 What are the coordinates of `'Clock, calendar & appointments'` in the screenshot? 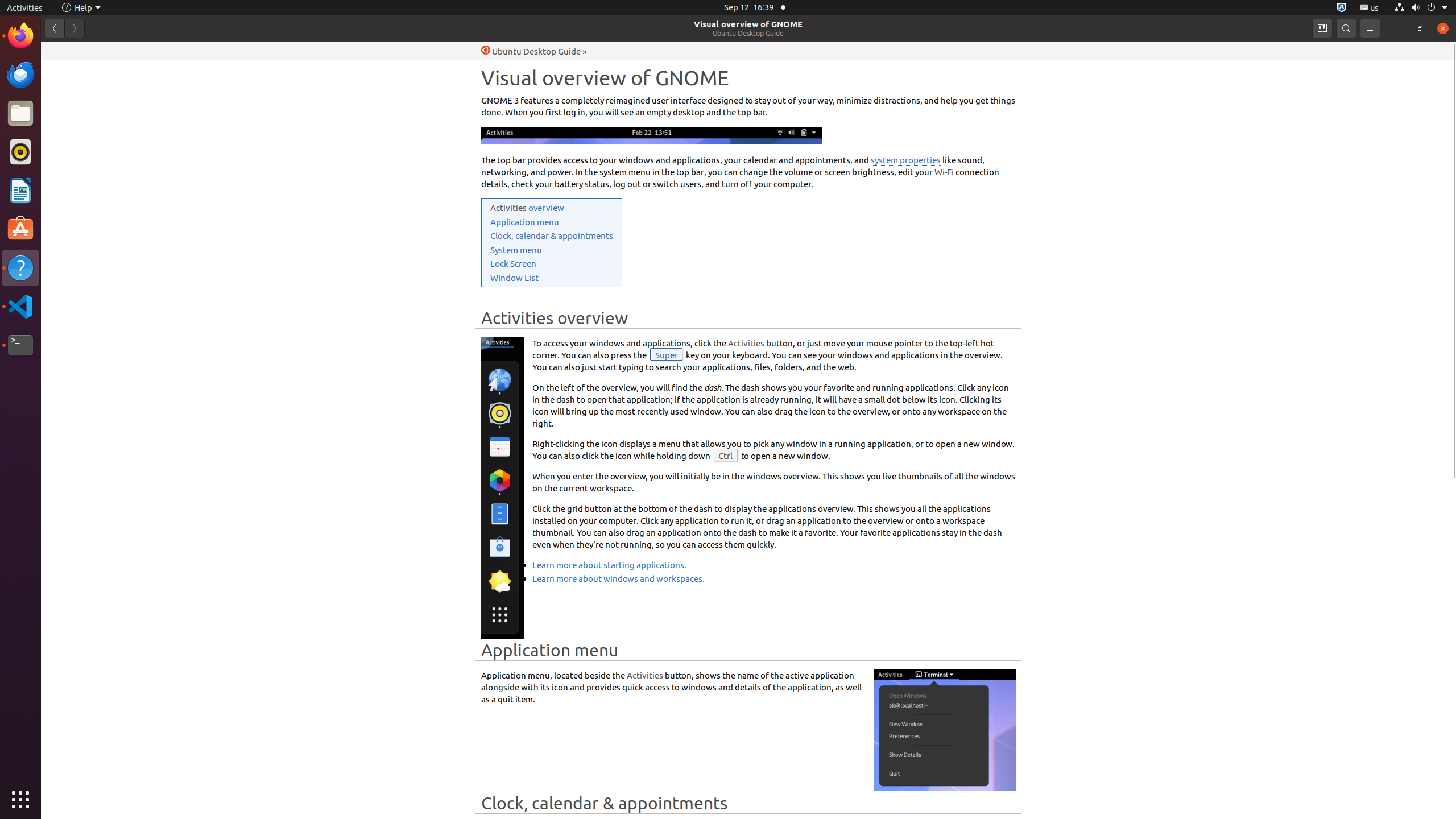 It's located at (551, 235).